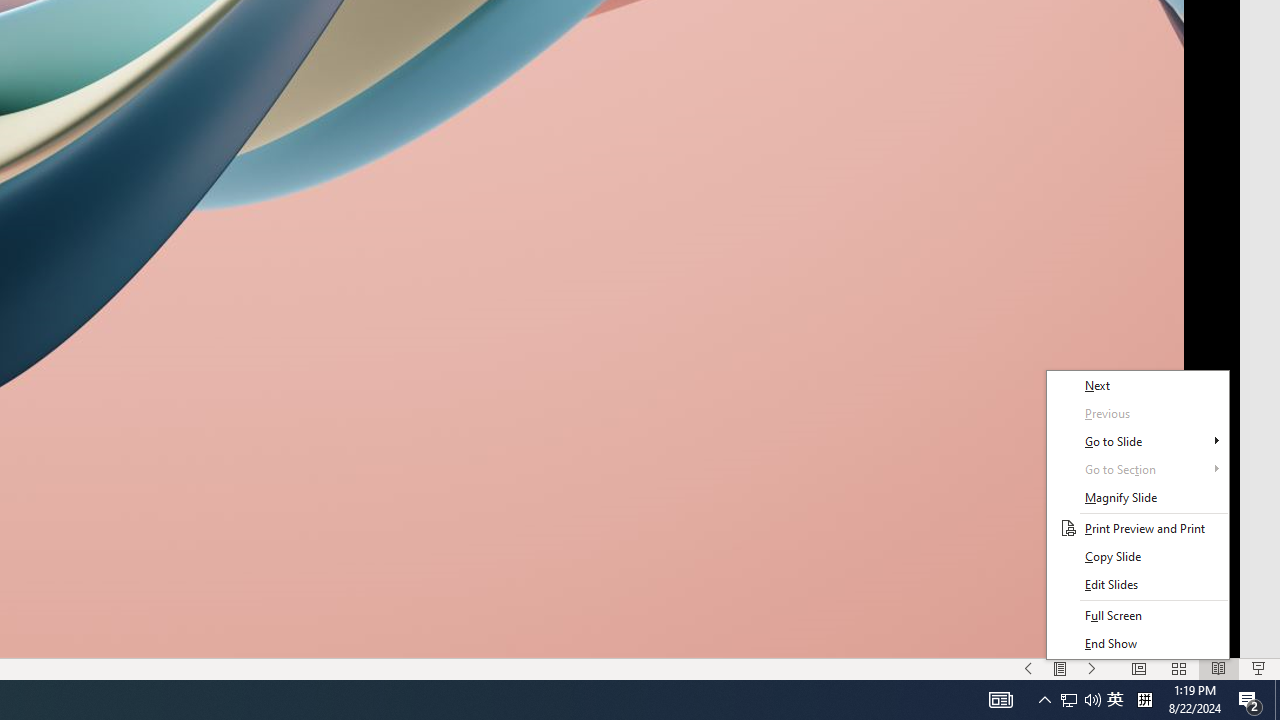  Describe the element at coordinates (1137, 514) in the screenshot. I see `'Class: NetUITWMenuContainer'` at that location.